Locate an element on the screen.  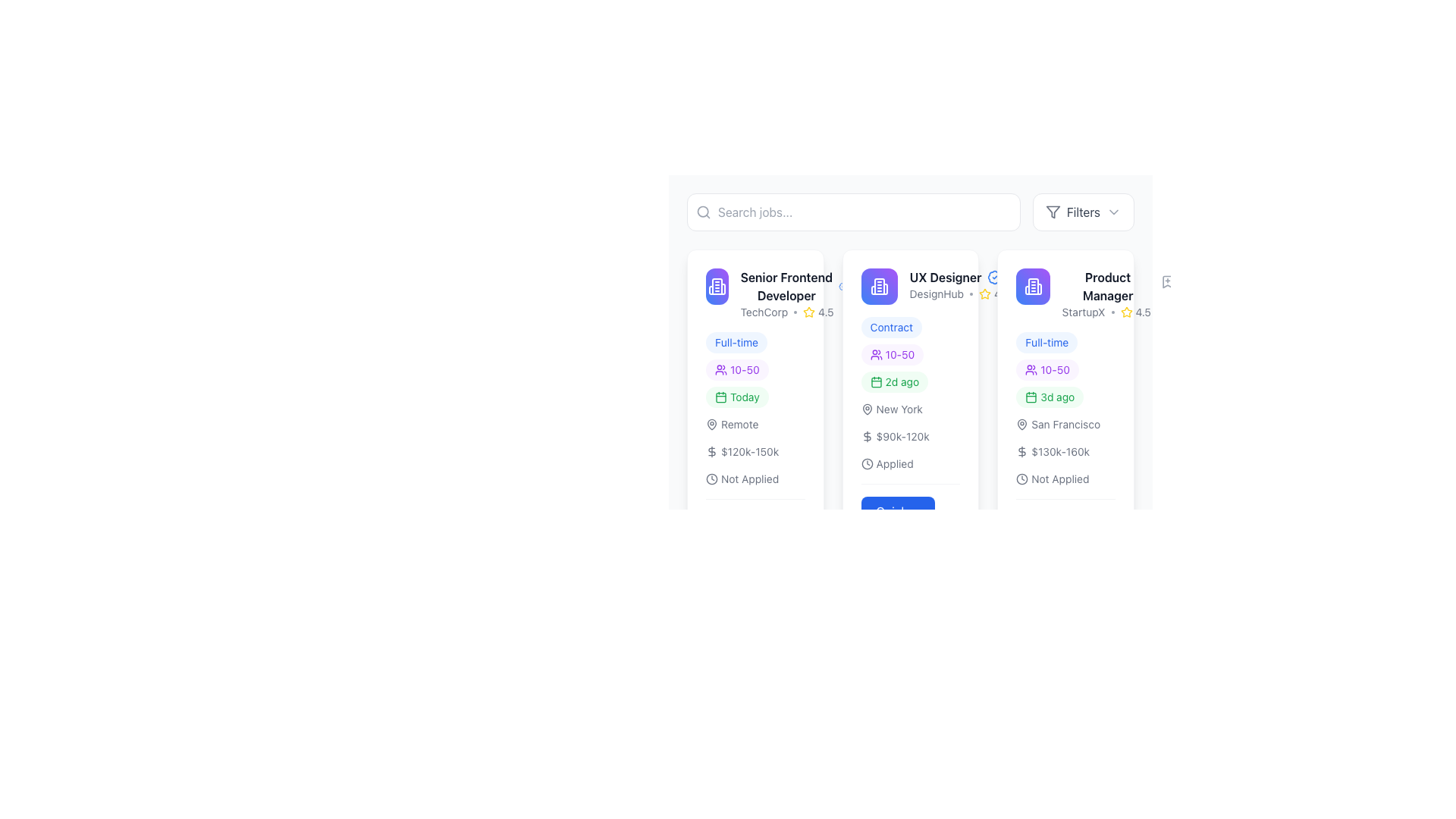
the pin-shaped Vector Icon located within the job listing card labeled 'Remote' on the leftmost side is located at coordinates (711, 424).